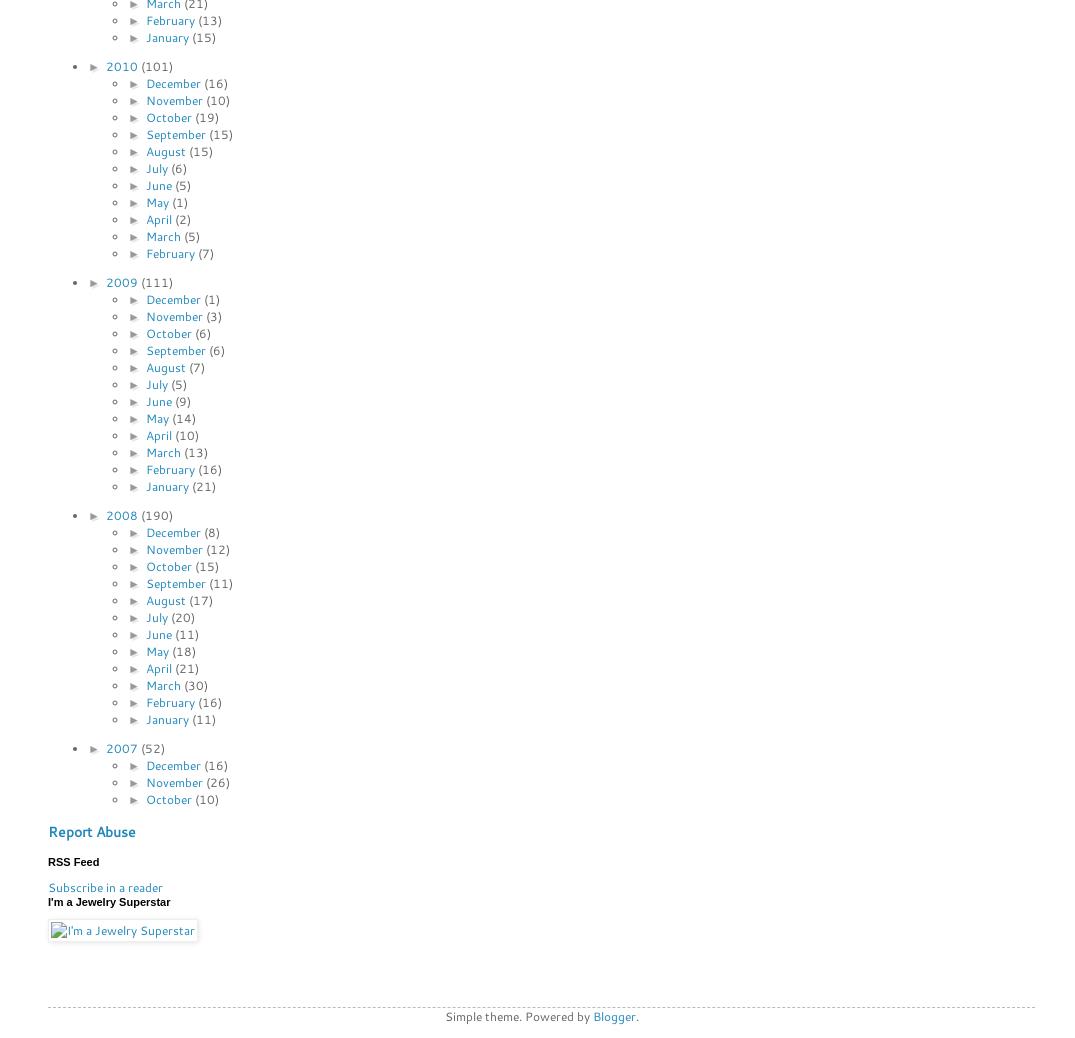 Image resolution: width=1075 pixels, height=1038 pixels. I want to click on '2008', so click(104, 514).